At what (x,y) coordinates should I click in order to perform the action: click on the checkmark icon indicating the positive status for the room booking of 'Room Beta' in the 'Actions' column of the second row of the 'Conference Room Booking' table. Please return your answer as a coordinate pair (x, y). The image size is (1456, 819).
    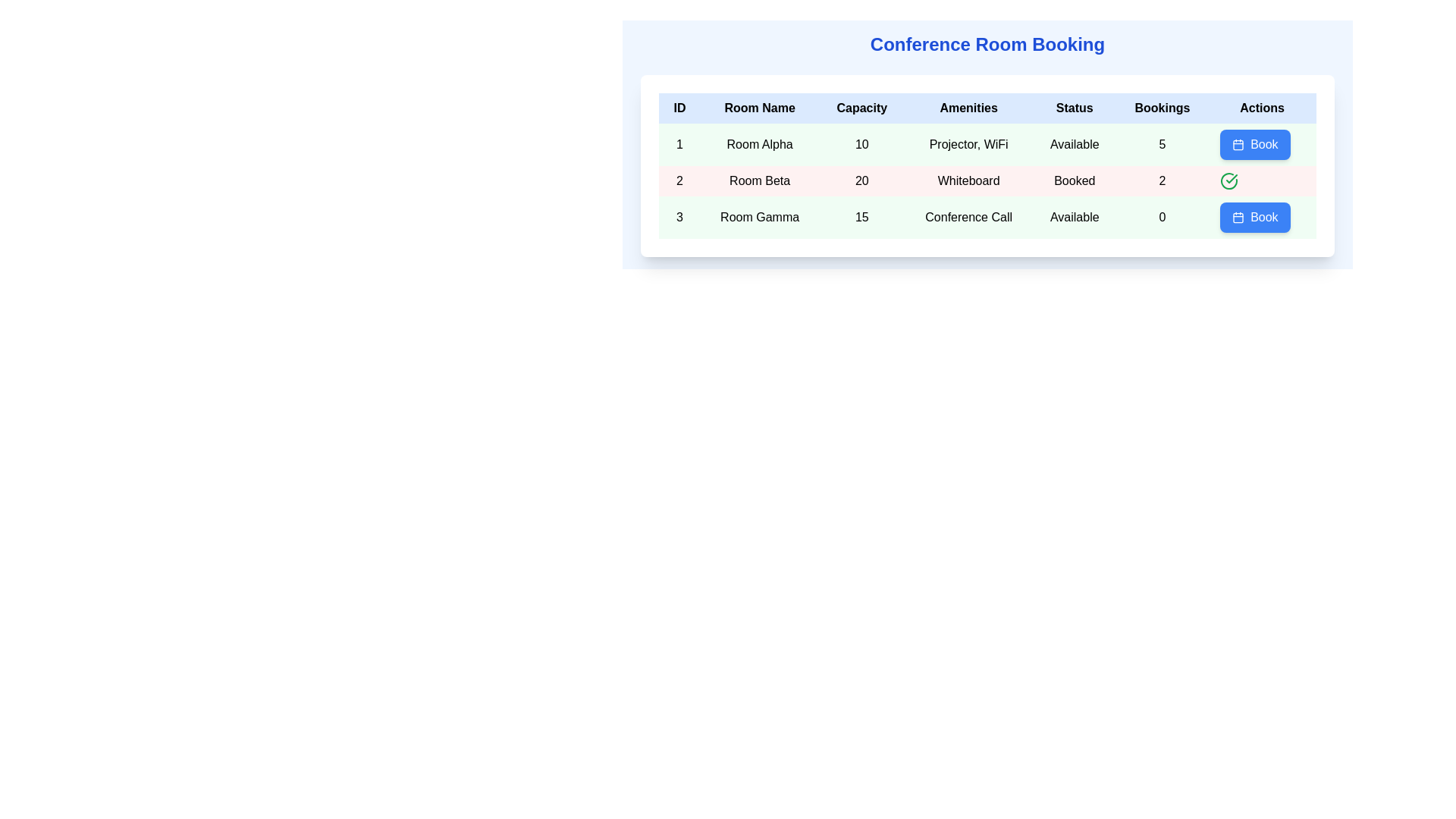
    Looking at the image, I should click on (1229, 180).